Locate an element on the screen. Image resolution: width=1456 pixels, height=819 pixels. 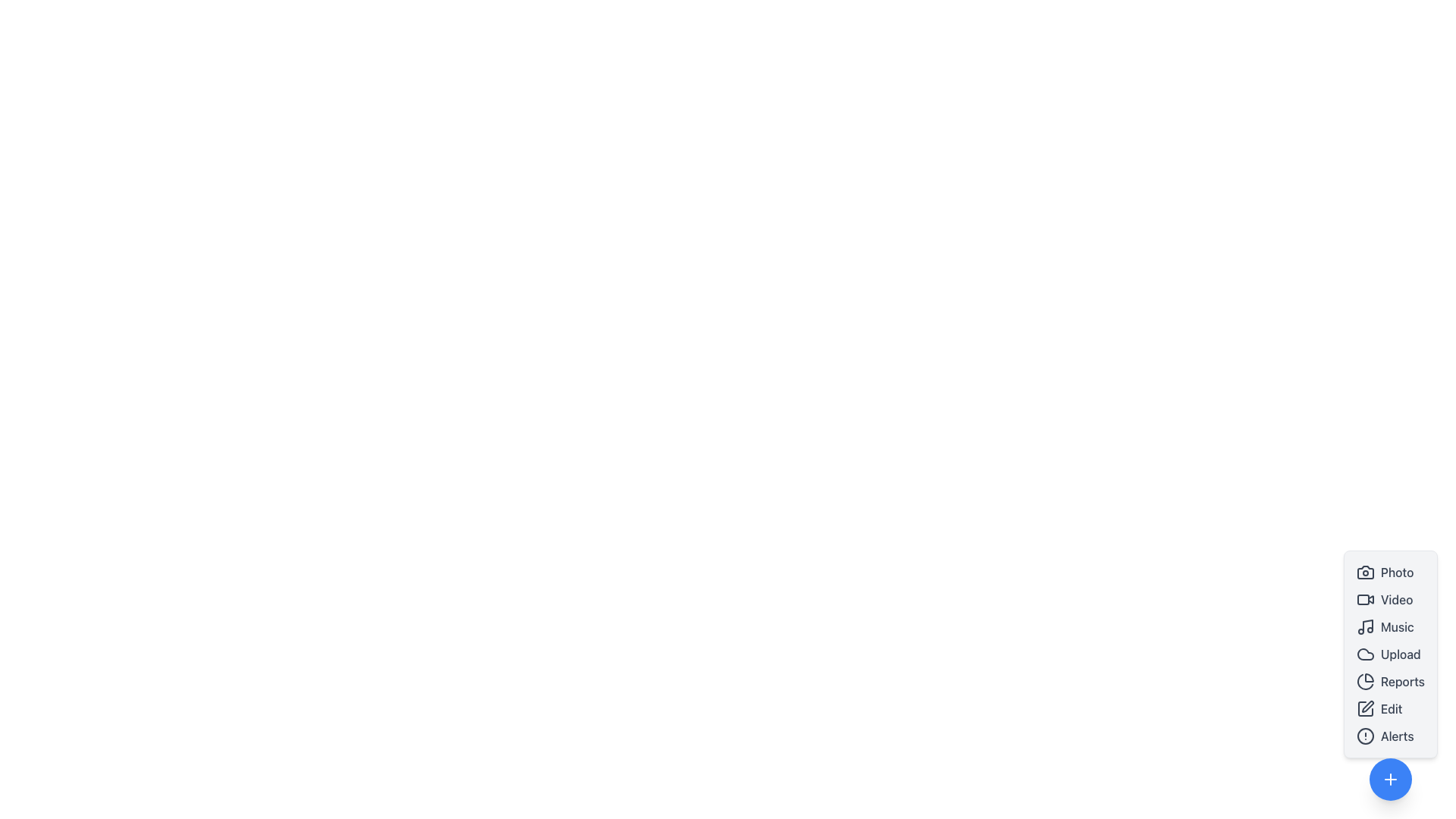
the interactive action button located at the bottom right corner of the interface is located at coordinates (1390, 780).